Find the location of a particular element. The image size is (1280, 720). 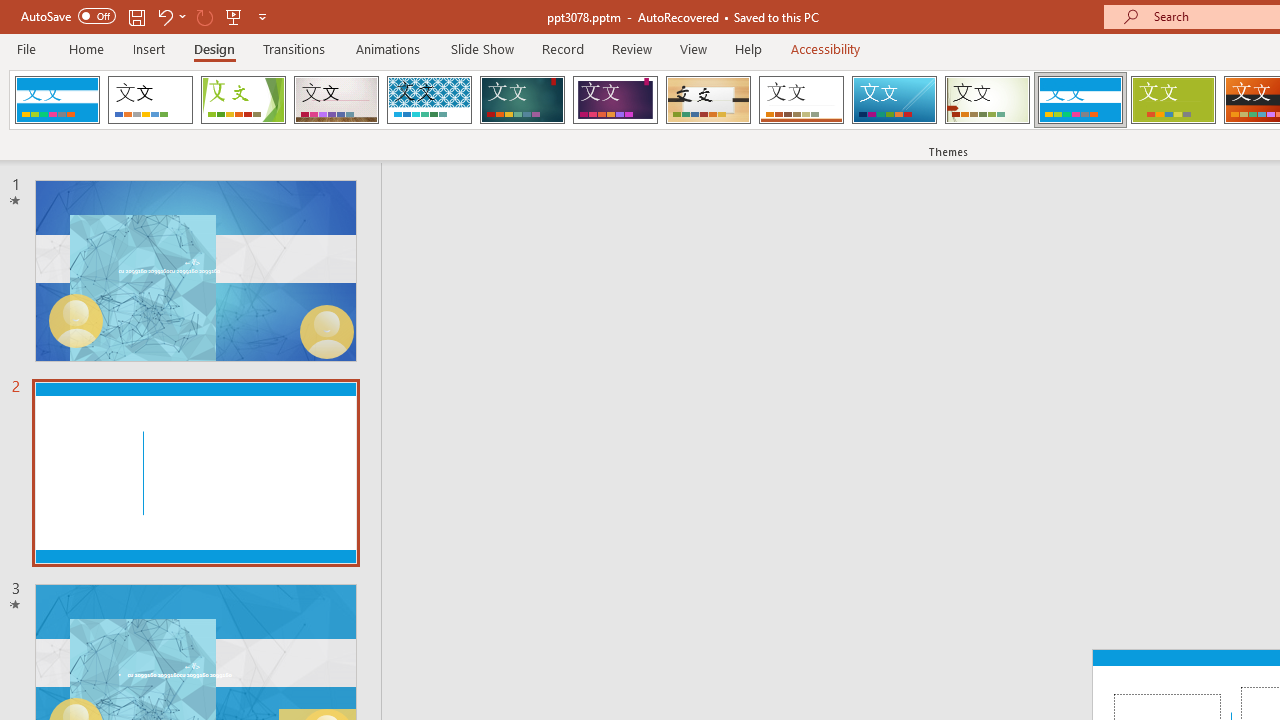

'Wisp' is located at coordinates (987, 100).